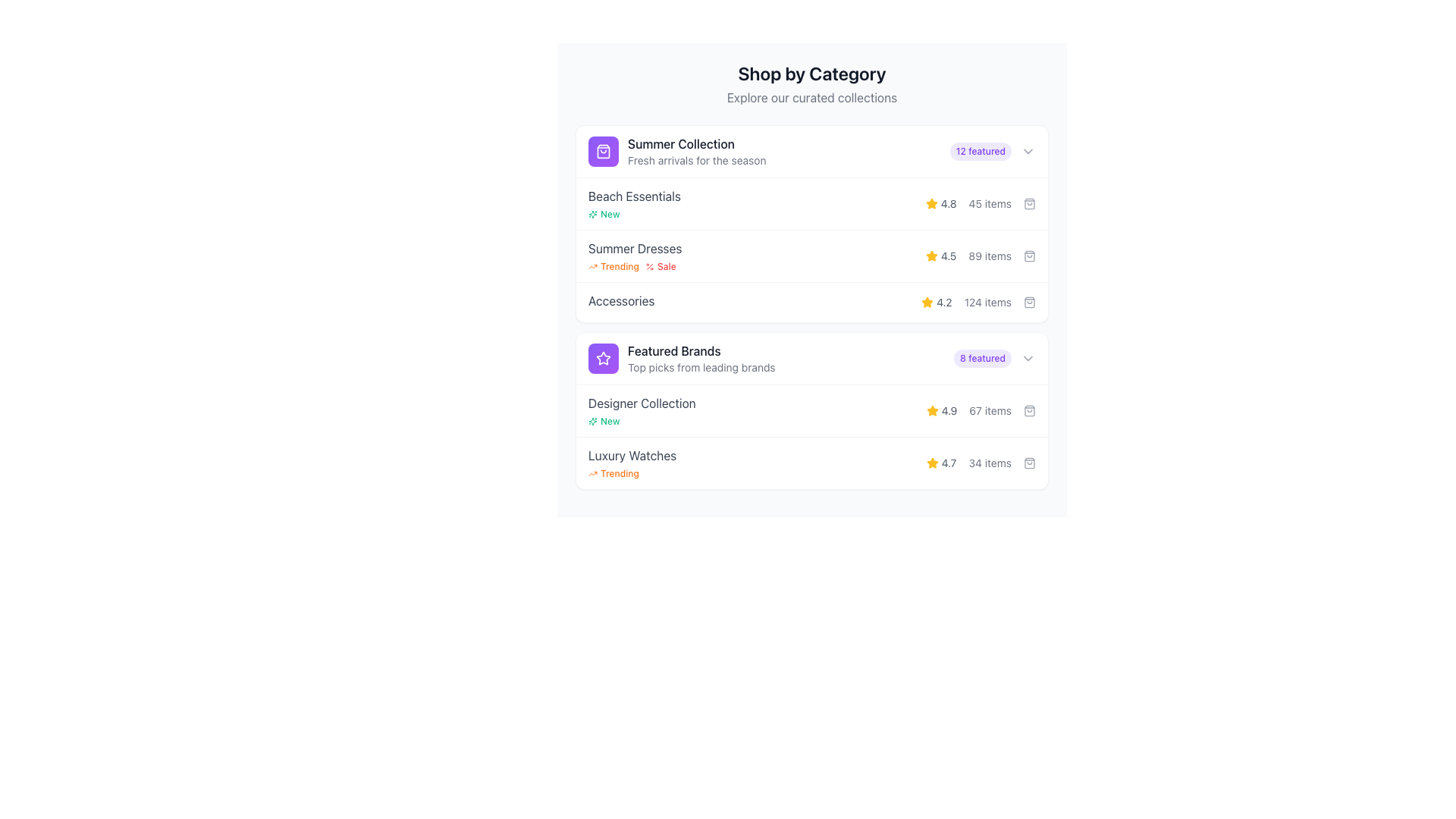 This screenshot has width=1456, height=819. I want to click on the Text Label with Icon that displays the average rating for the 'Designer Collection' category, so click(941, 411).